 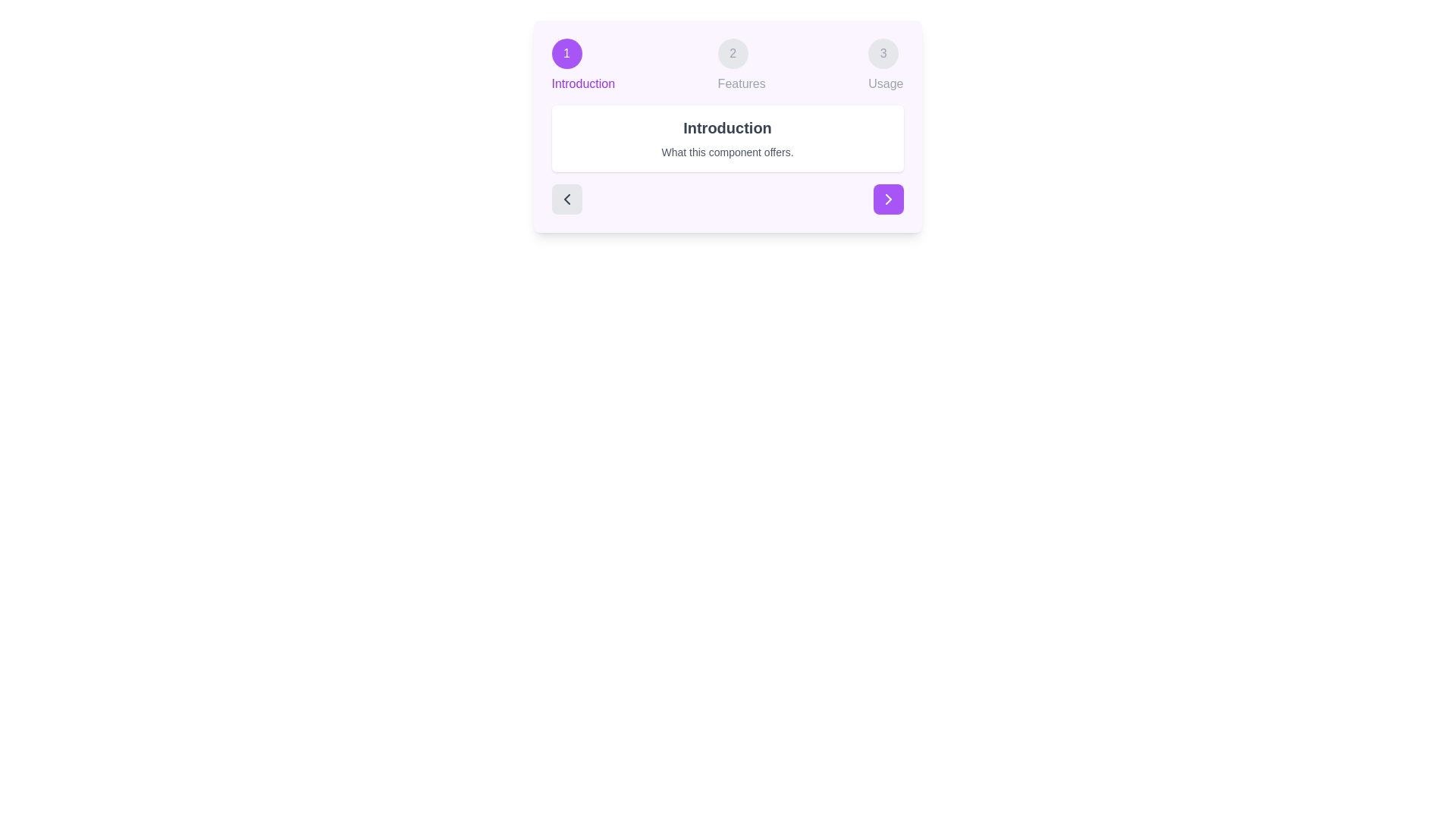 I want to click on the step indicator for Usage to navigate directly to that step, so click(x=885, y=65).